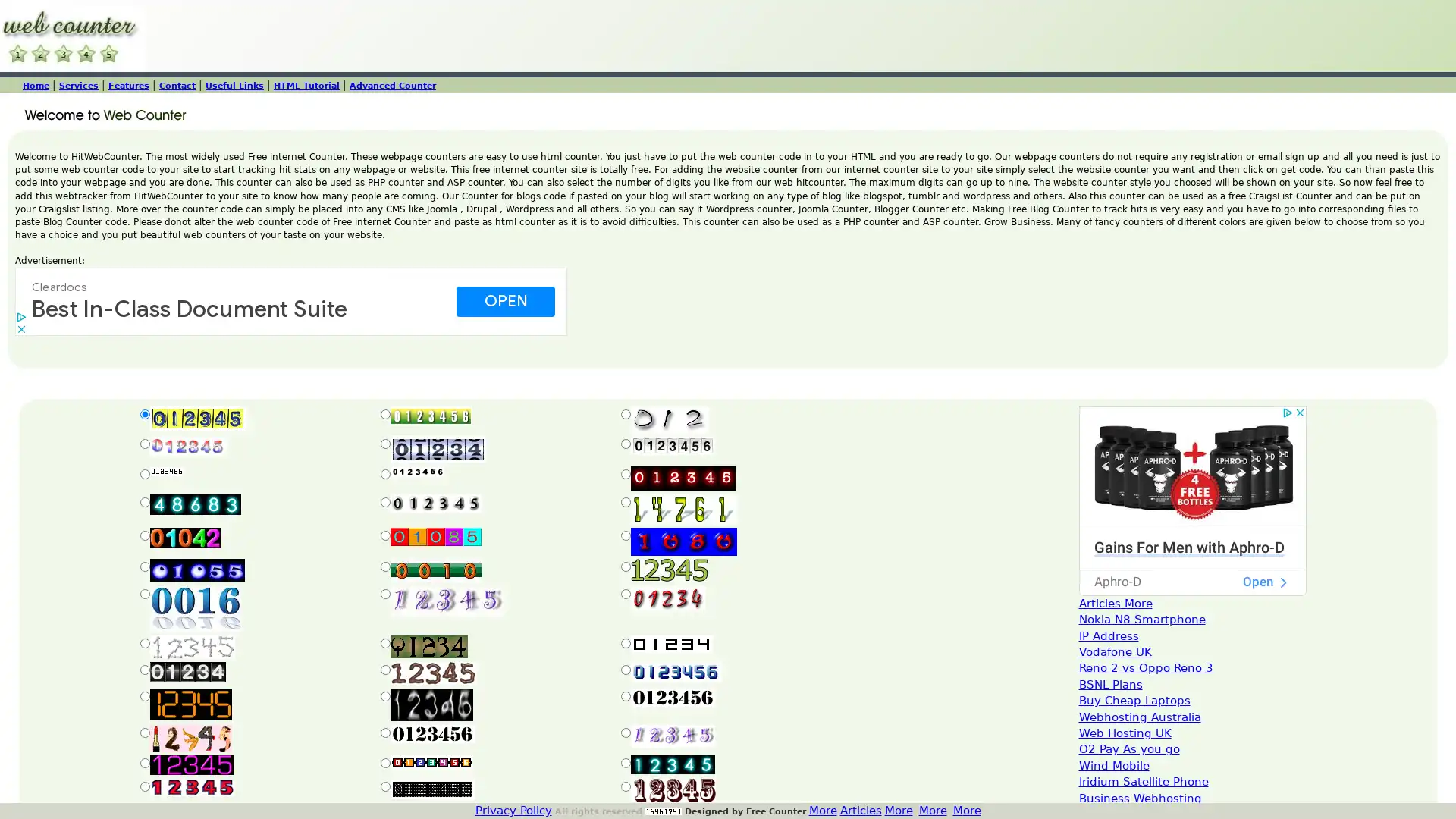 Image resolution: width=1456 pixels, height=819 pixels. I want to click on Submit, so click(190, 736).